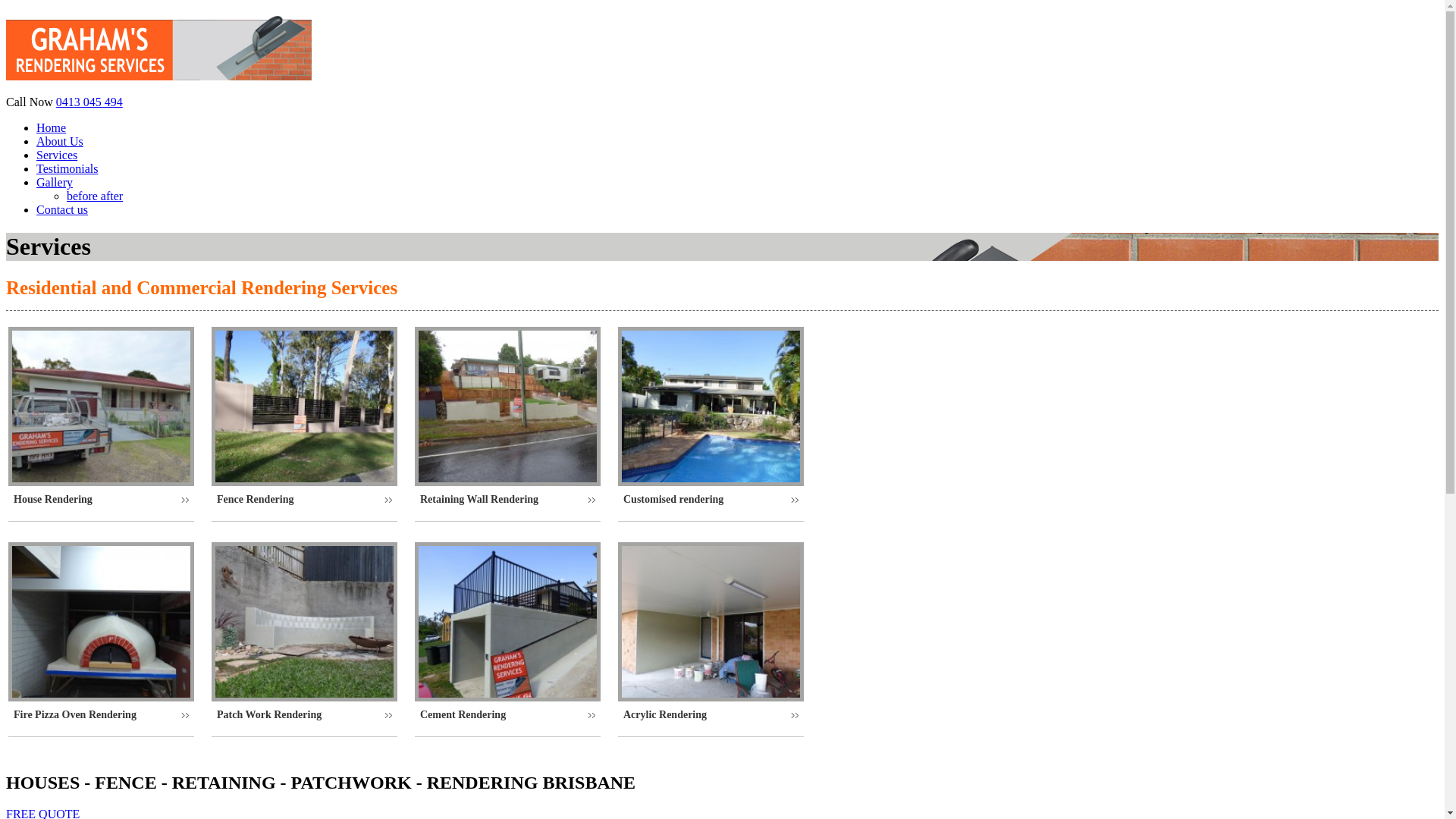 This screenshot has height=819, width=1456. What do you see at coordinates (51, 127) in the screenshot?
I see `'Home'` at bounding box center [51, 127].